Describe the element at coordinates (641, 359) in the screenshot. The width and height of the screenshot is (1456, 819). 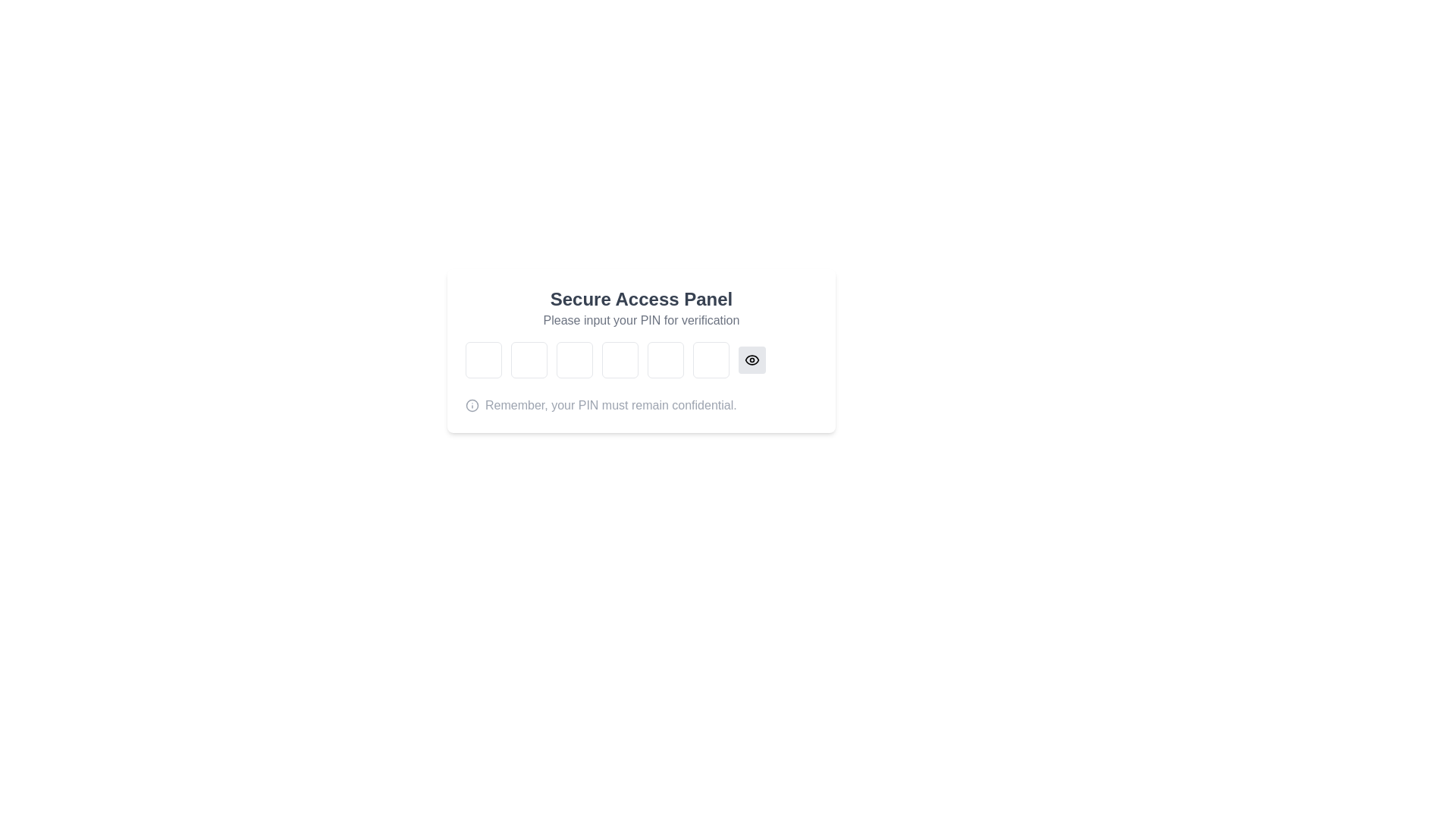
I see `any input field within the group of interactive components located beneath the 'Please input your PIN for verification' text in the 'Secure Access Panel'` at that location.